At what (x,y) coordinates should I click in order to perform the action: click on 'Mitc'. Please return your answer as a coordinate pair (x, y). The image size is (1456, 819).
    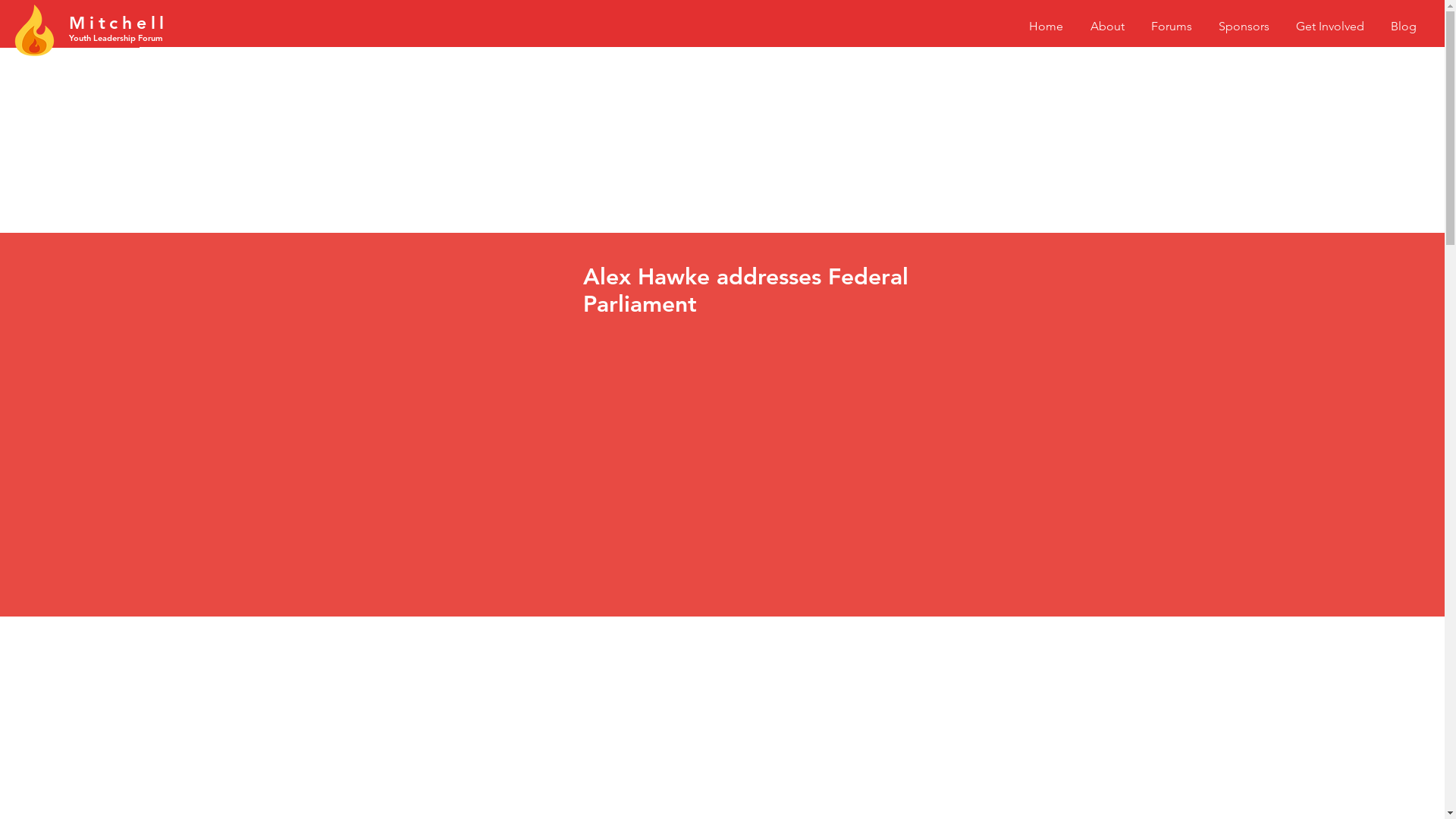
    Looking at the image, I should click on (68, 23).